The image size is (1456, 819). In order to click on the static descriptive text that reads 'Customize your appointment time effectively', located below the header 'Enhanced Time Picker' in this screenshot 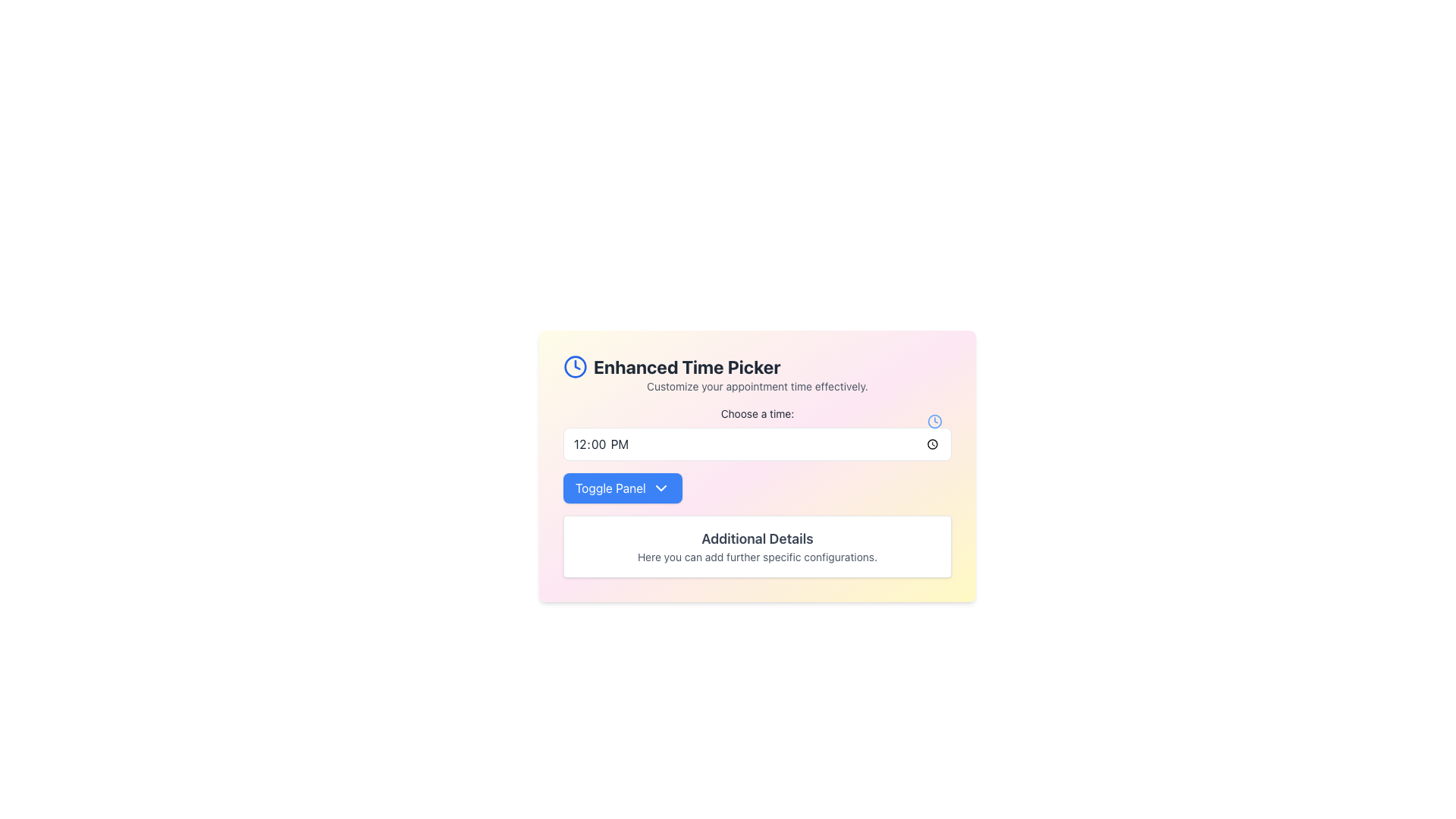, I will do `click(757, 385)`.